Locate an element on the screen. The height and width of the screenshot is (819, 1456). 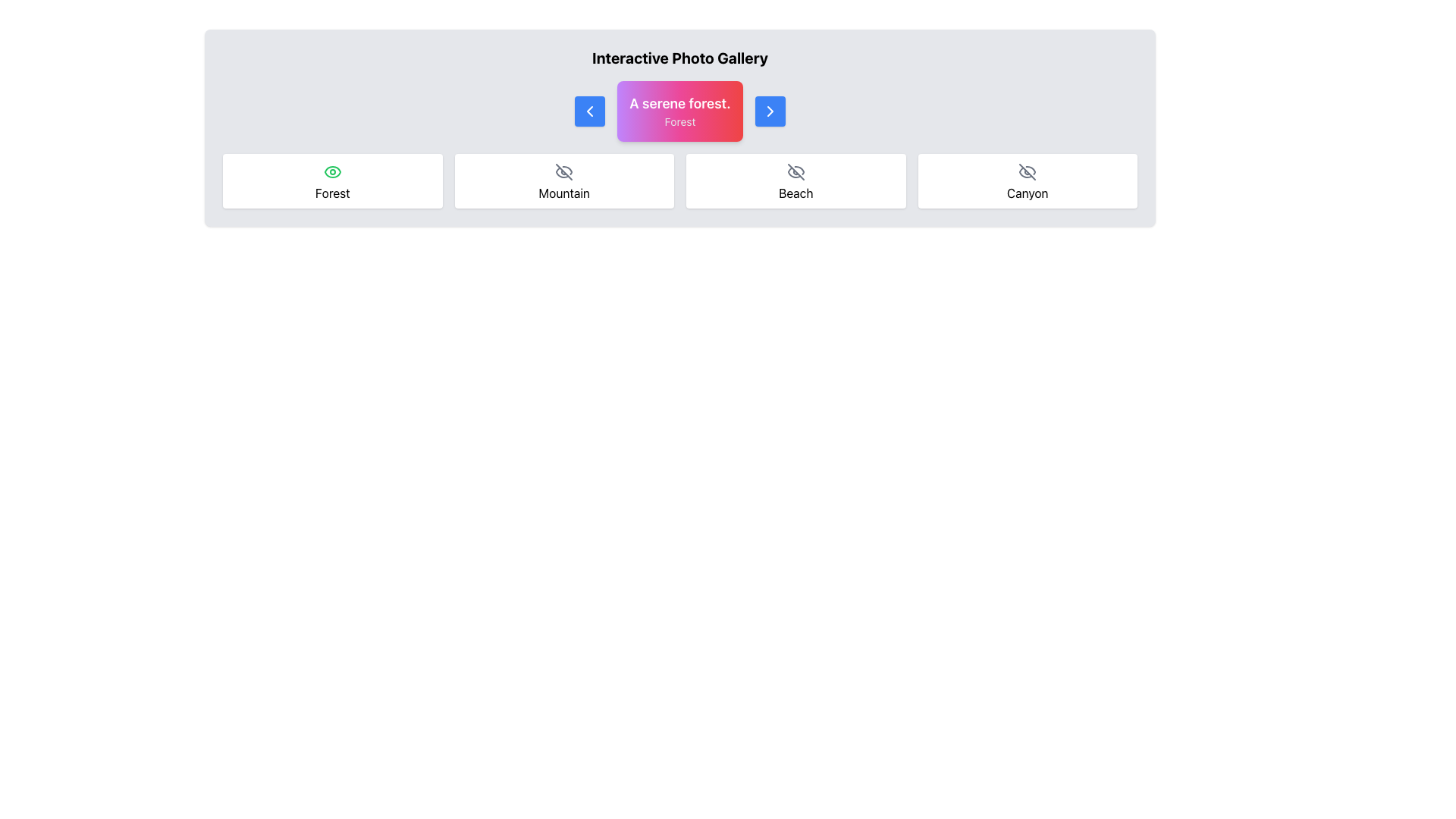
the visibility toggle button for the 'Beach' category to show or hide its content in the gallery is located at coordinates (795, 171).